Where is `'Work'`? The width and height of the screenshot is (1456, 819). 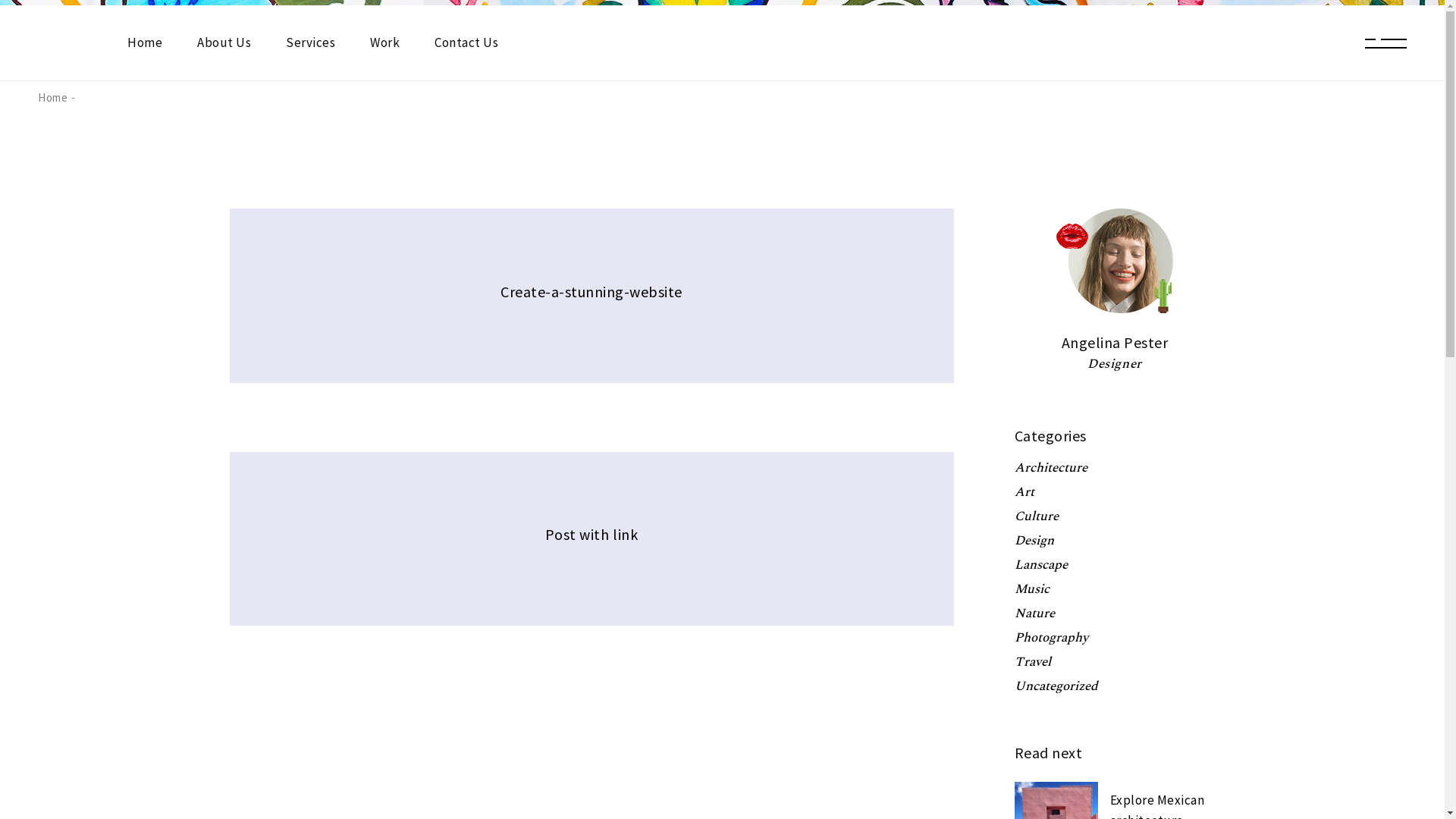 'Work' is located at coordinates (812, 543).